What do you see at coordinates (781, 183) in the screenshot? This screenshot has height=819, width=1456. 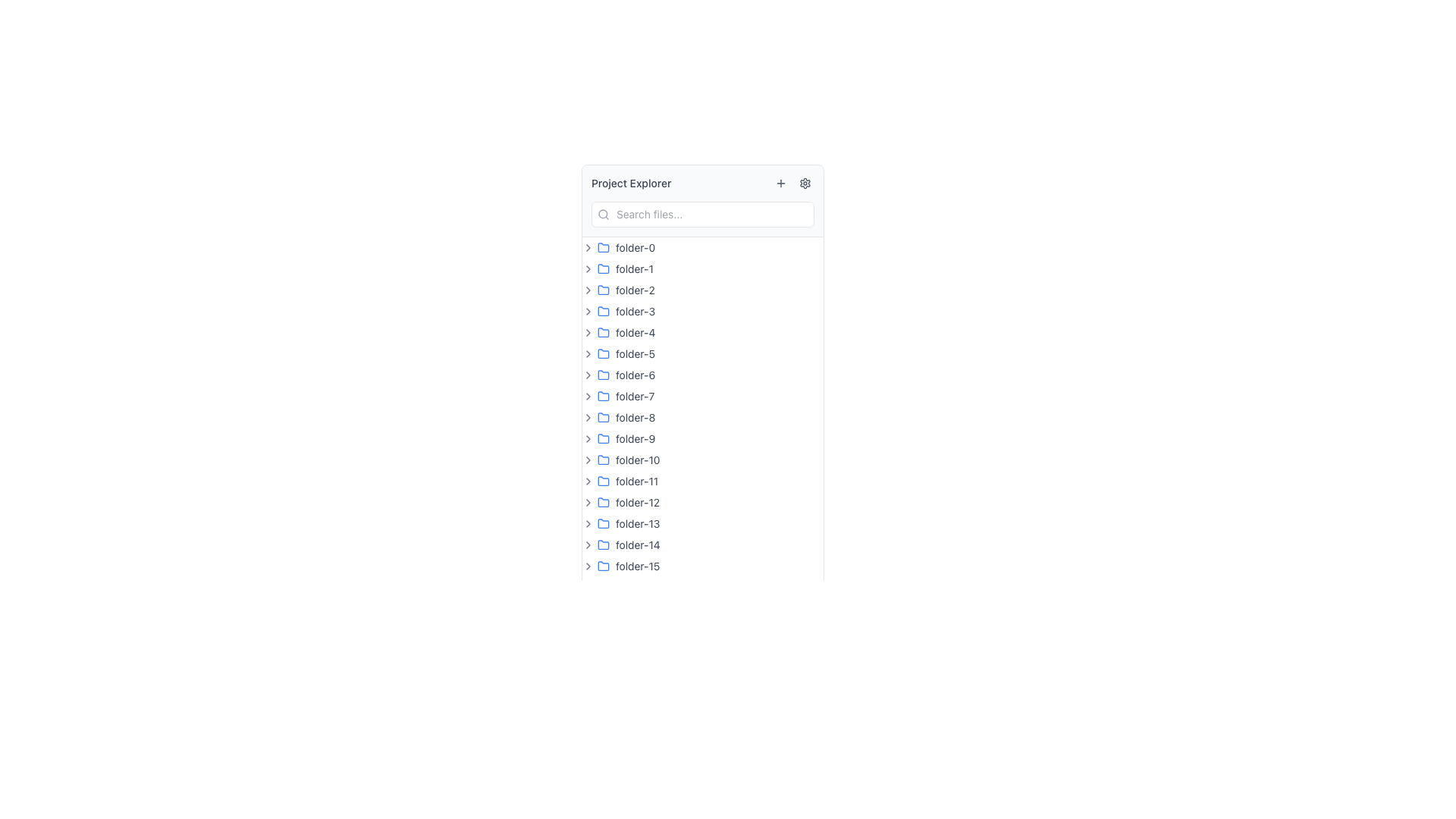 I see `the small circular button with a plus icon located at the top-right of the 'Project Explorer' panel for keyboard navigation` at bounding box center [781, 183].